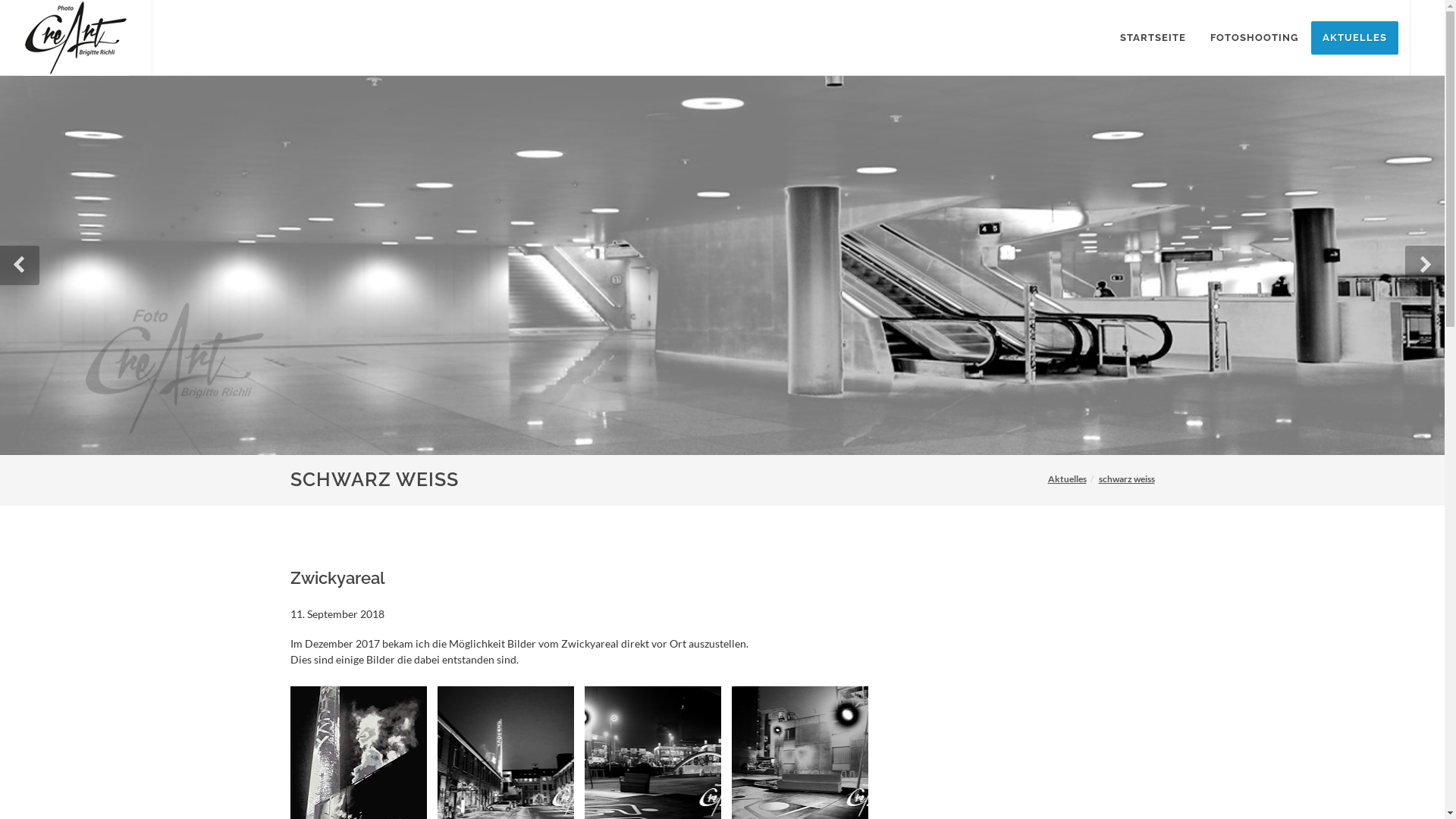 The image size is (1456, 819). Describe the element at coordinates (1197, 37) in the screenshot. I see `'FOTOSHOOTING'` at that location.